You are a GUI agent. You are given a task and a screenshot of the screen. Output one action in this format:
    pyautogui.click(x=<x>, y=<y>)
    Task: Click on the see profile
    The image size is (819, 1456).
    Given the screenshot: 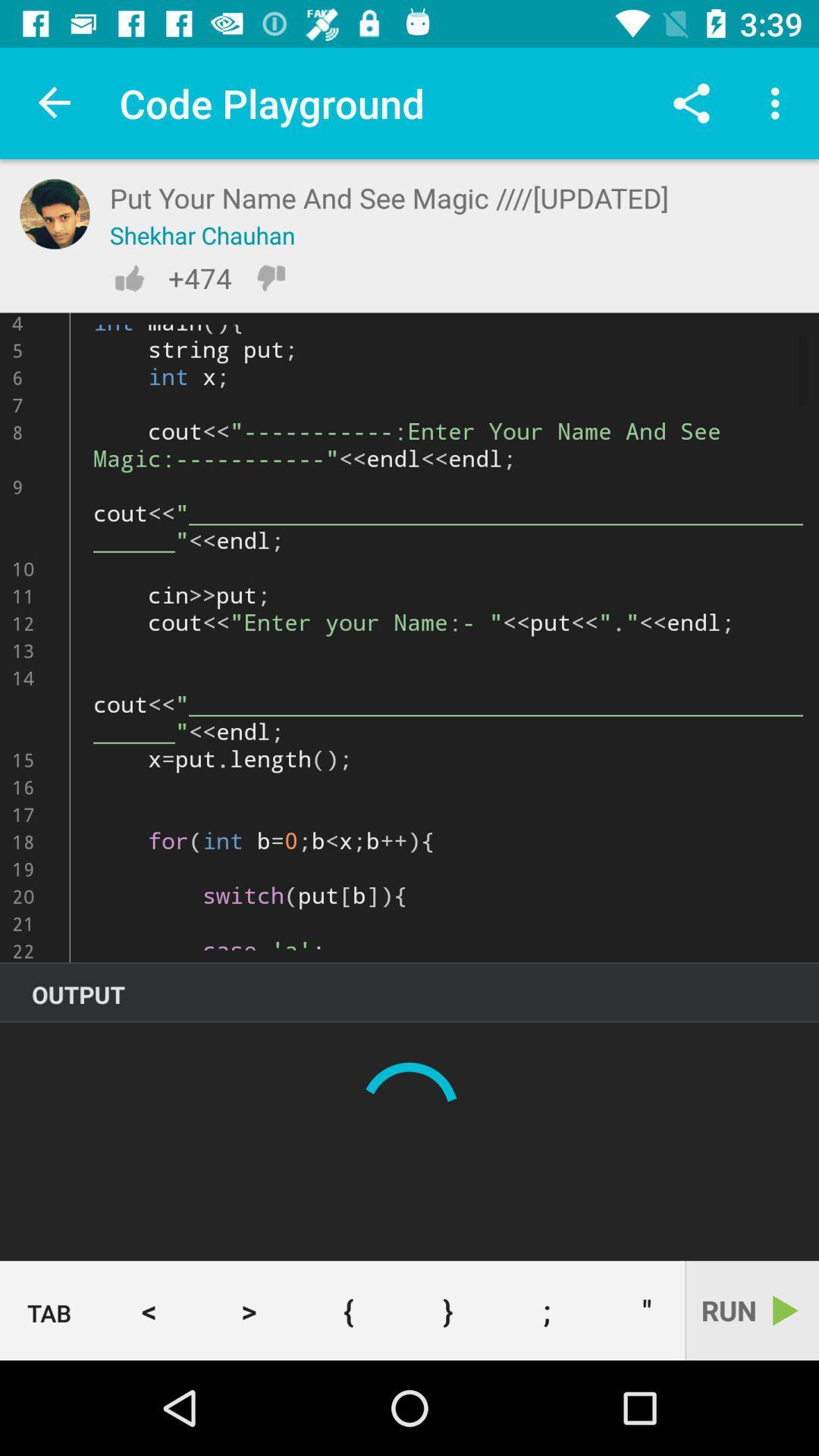 What is the action you would take?
    pyautogui.click(x=54, y=213)
    